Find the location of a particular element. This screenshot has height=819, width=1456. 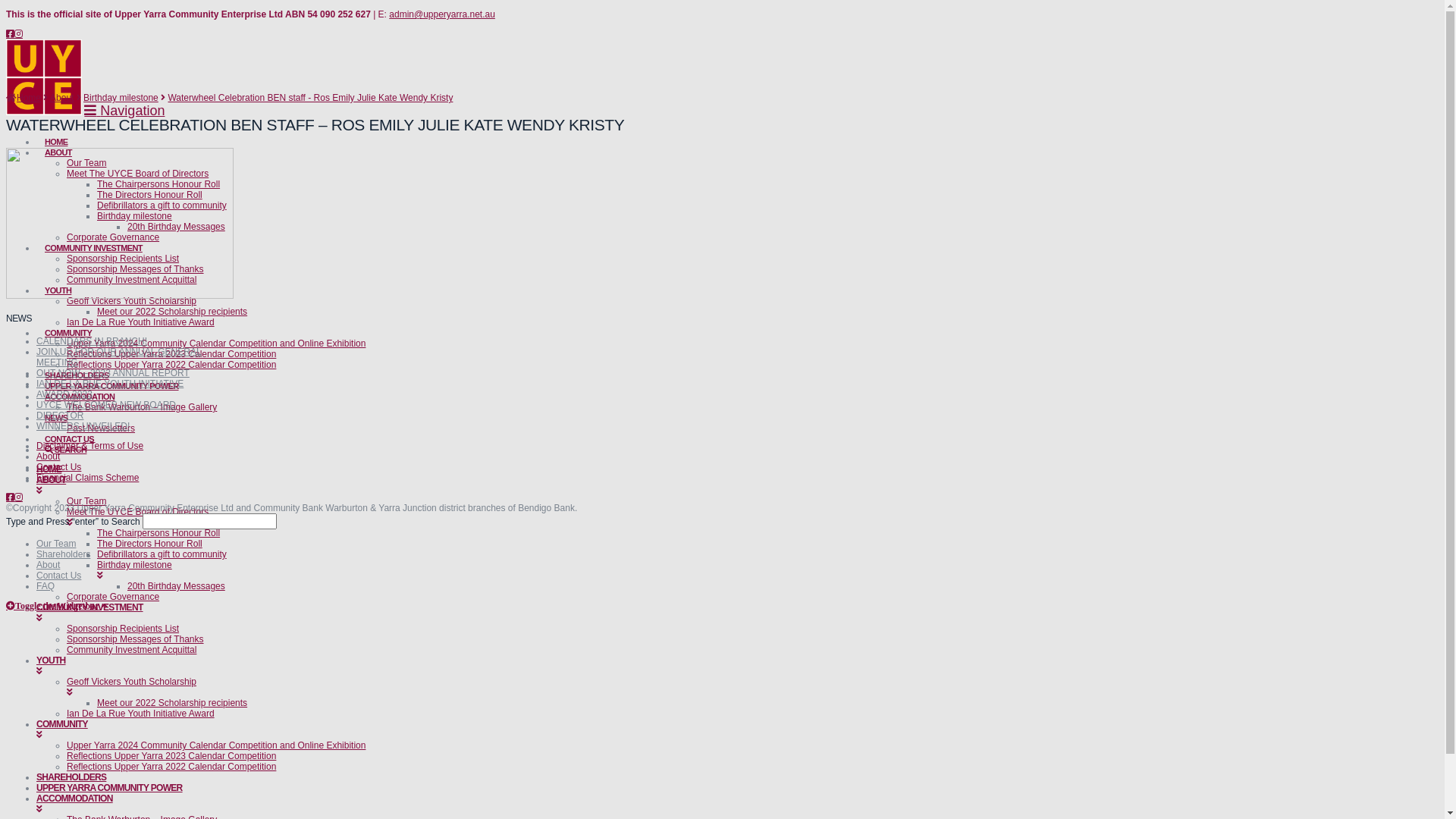

'FAQ' is located at coordinates (45, 585).